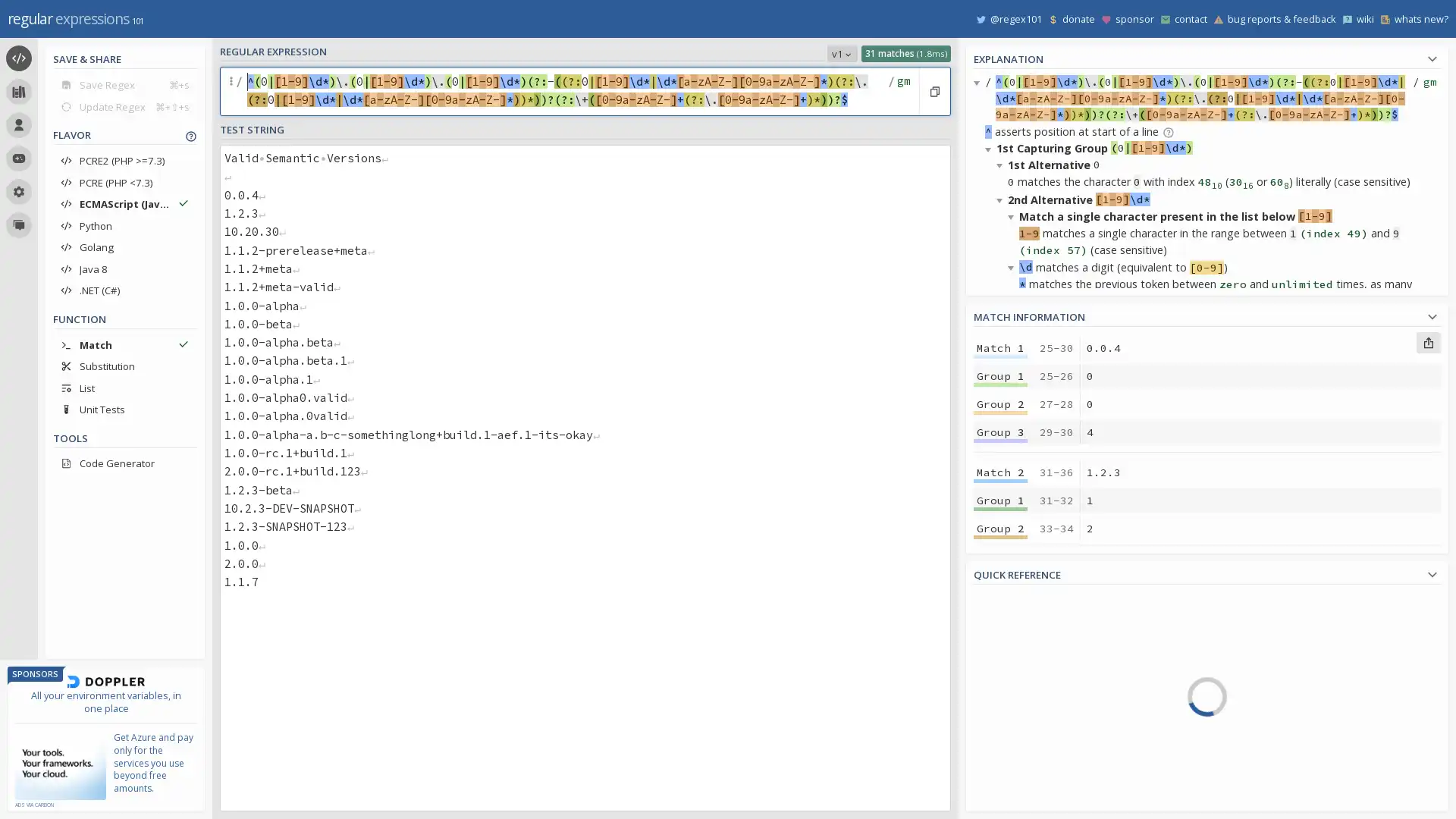  Describe the element at coordinates (1282, 752) in the screenshot. I see `Any whitespace character \s` at that location.